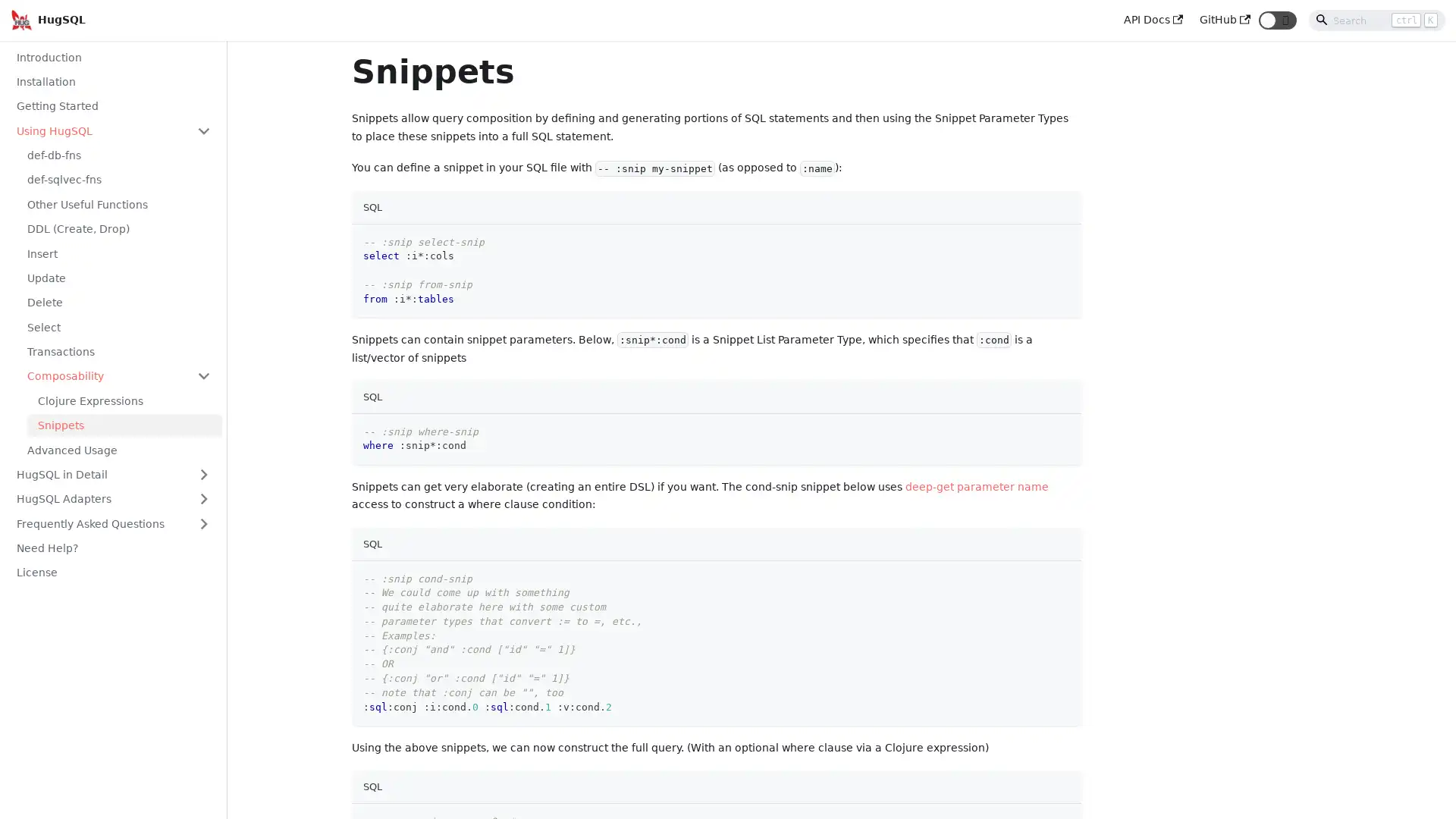  What do you see at coordinates (1056, 239) in the screenshot?
I see `Copy code to clipboard` at bounding box center [1056, 239].